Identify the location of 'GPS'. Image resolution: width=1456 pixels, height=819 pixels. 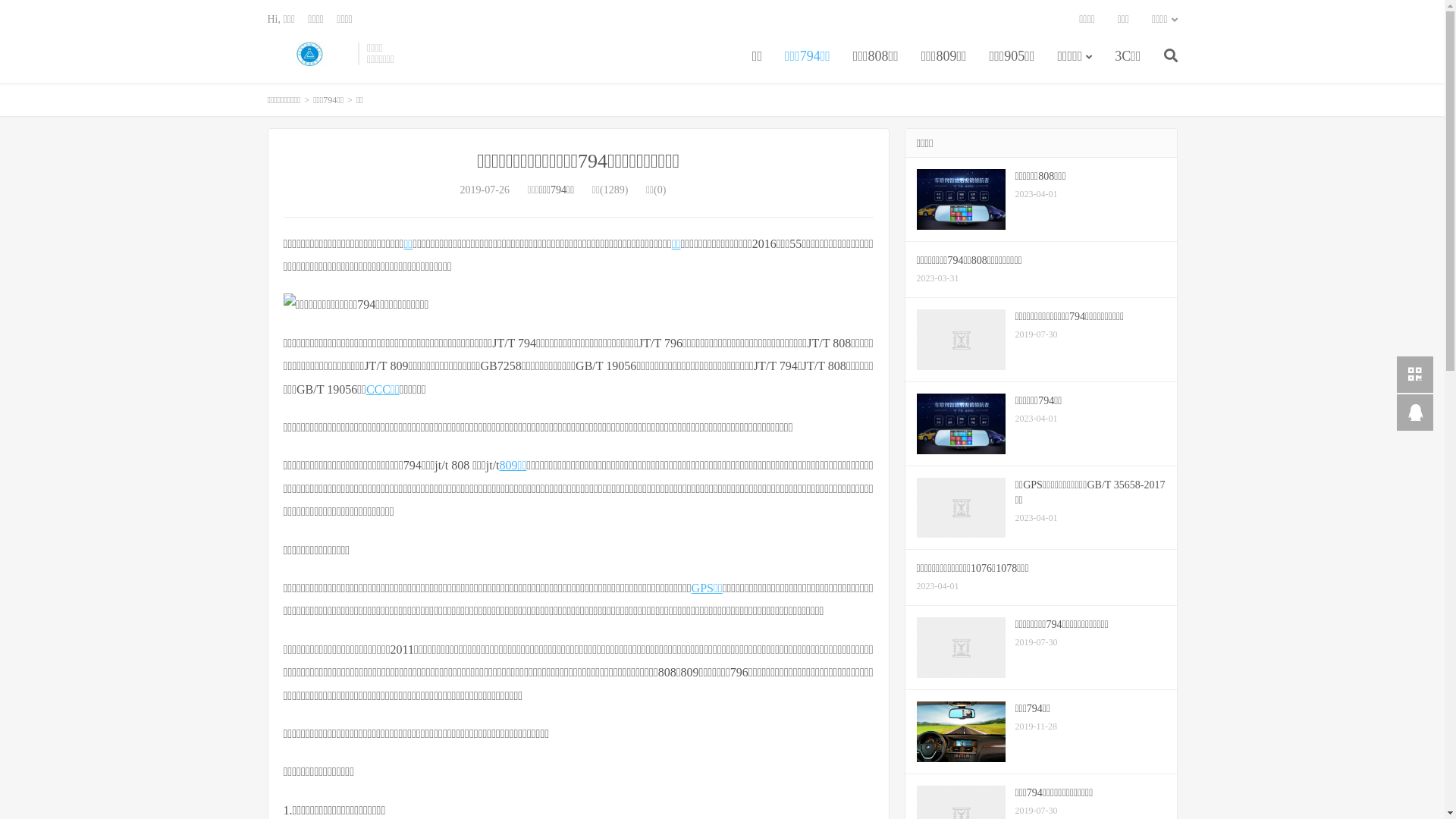
(691, 587).